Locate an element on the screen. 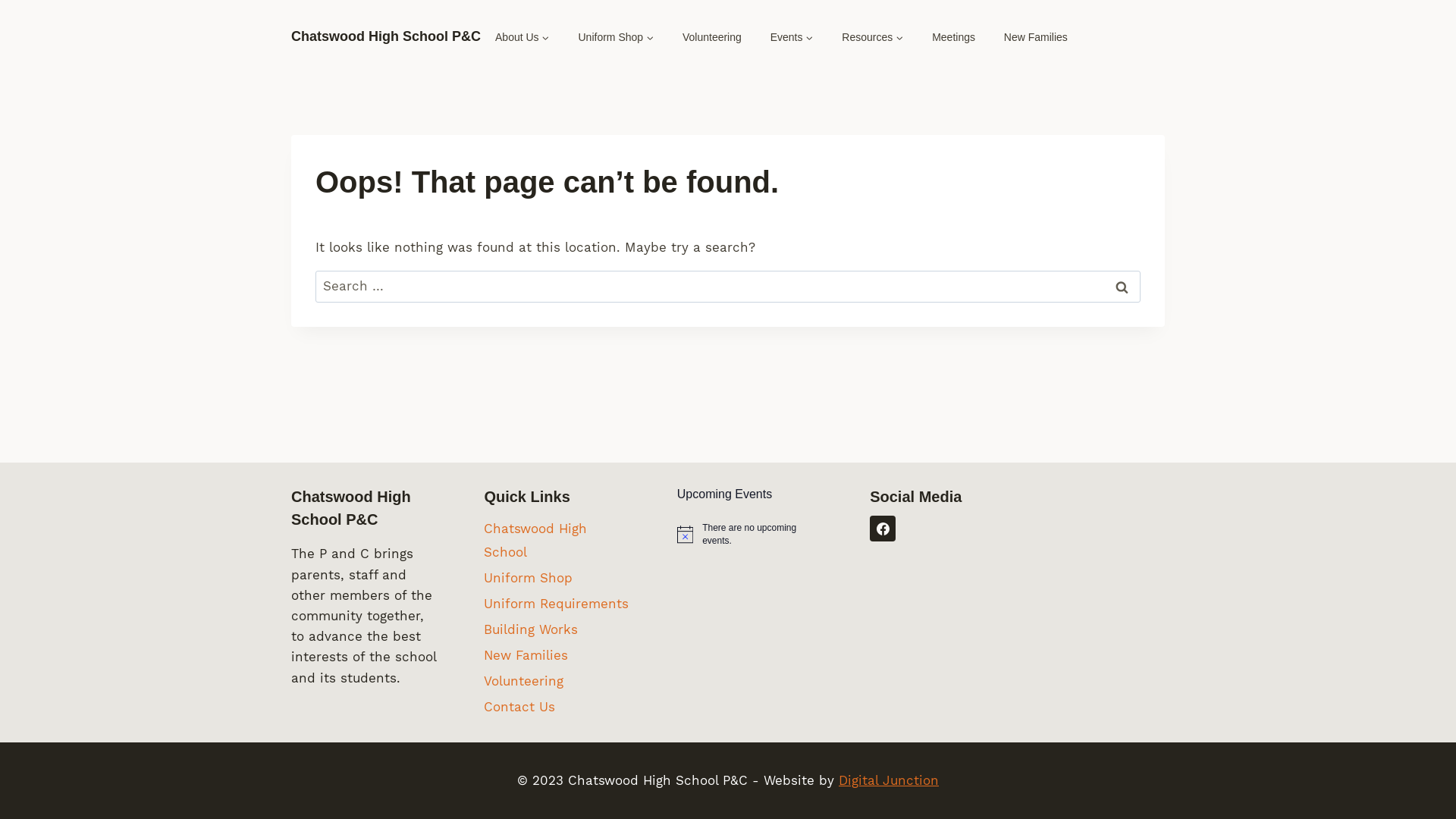 The width and height of the screenshot is (1456, 819). 'Meetings' is located at coordinates (952, 36).